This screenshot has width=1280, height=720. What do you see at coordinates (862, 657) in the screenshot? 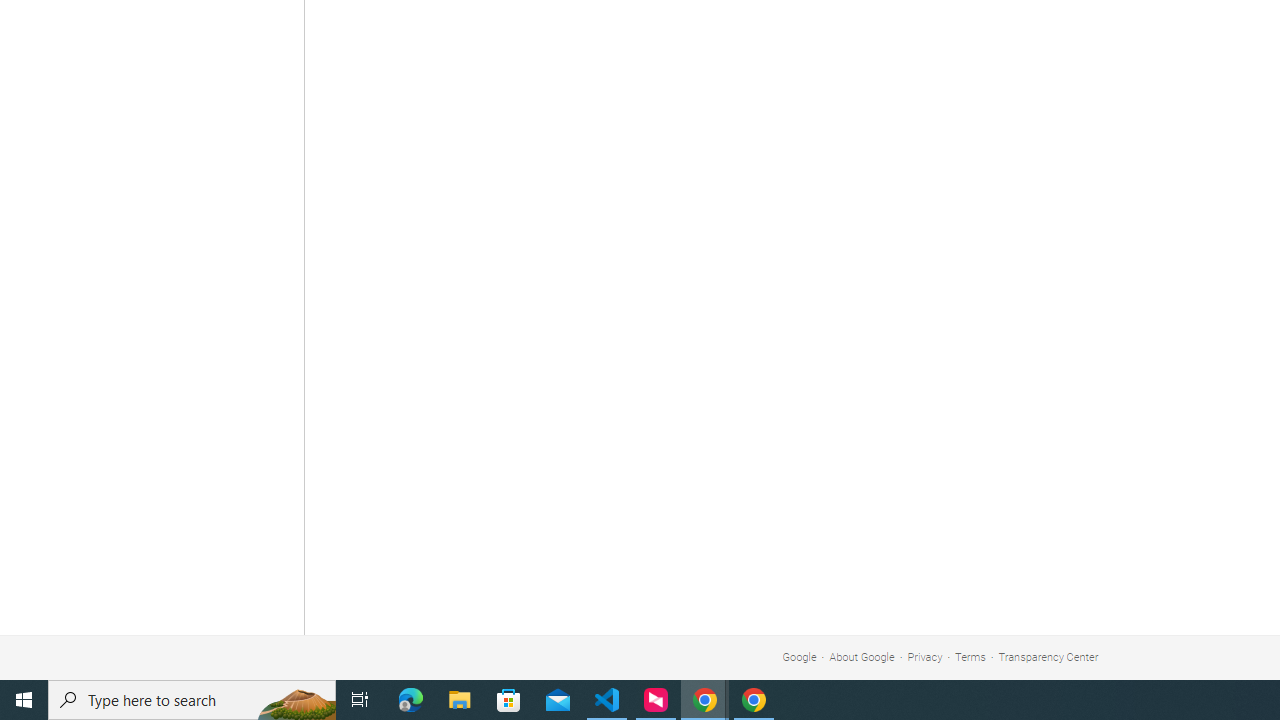
I see `'About Google'` at bounding box center [862, 657].